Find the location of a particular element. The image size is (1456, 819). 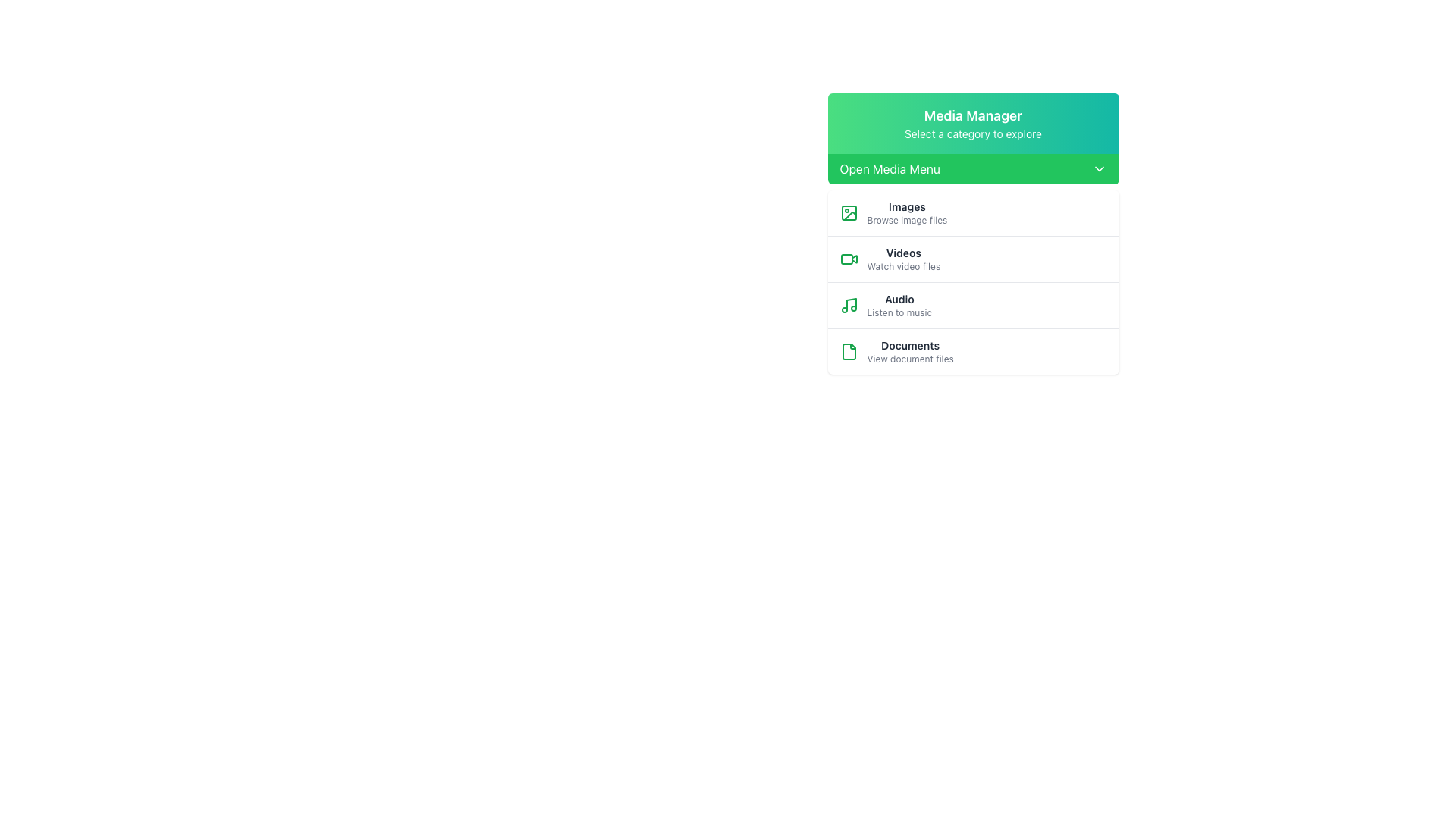

the text label indicating the section related to documents in the Media Manager menu, which is the fourth item in the list is located at coordinates (910, 345).